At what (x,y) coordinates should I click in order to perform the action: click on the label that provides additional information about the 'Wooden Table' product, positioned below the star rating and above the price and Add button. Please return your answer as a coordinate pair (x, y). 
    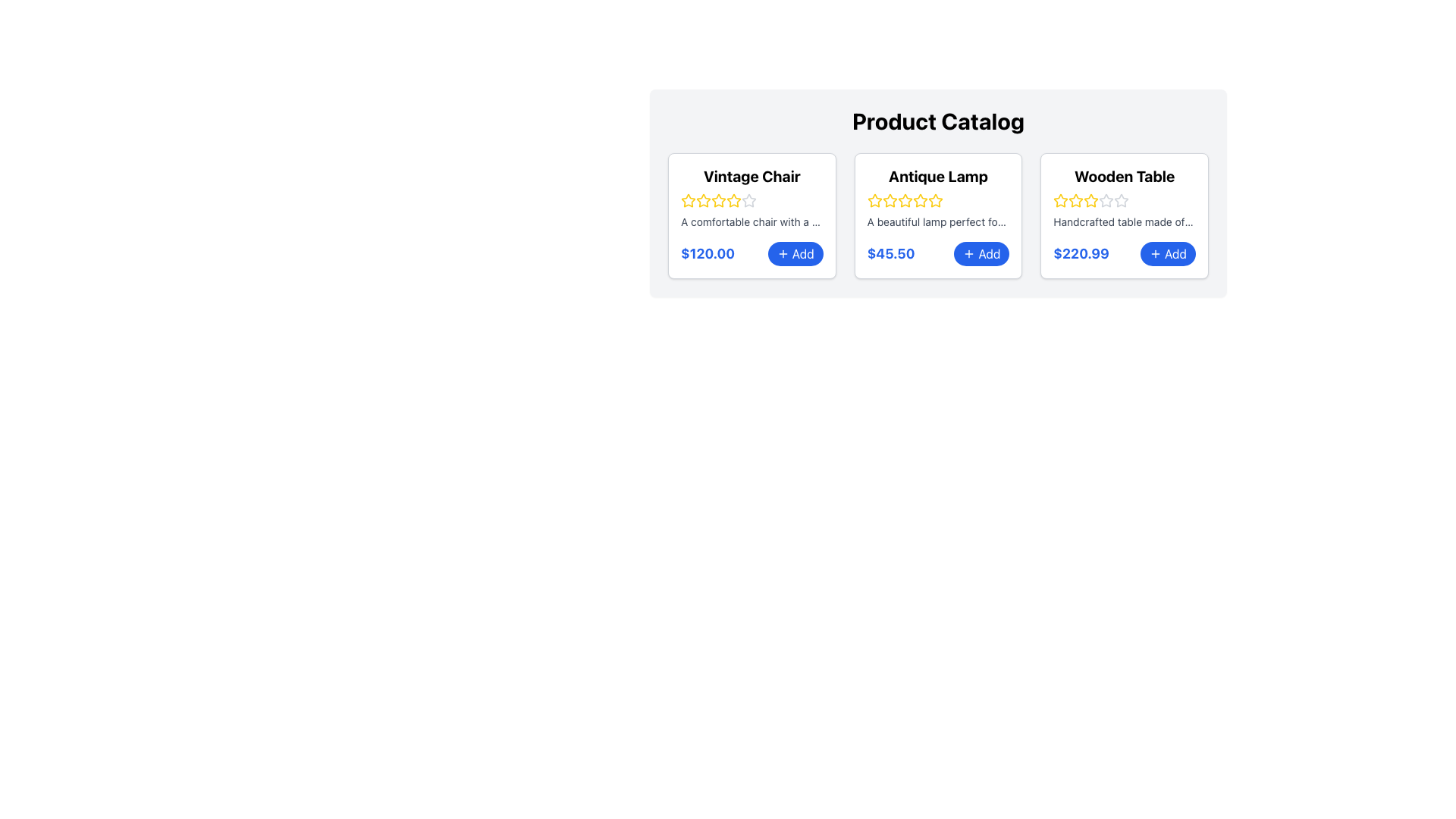
    Looking at the image, I should click on (1125, 222).